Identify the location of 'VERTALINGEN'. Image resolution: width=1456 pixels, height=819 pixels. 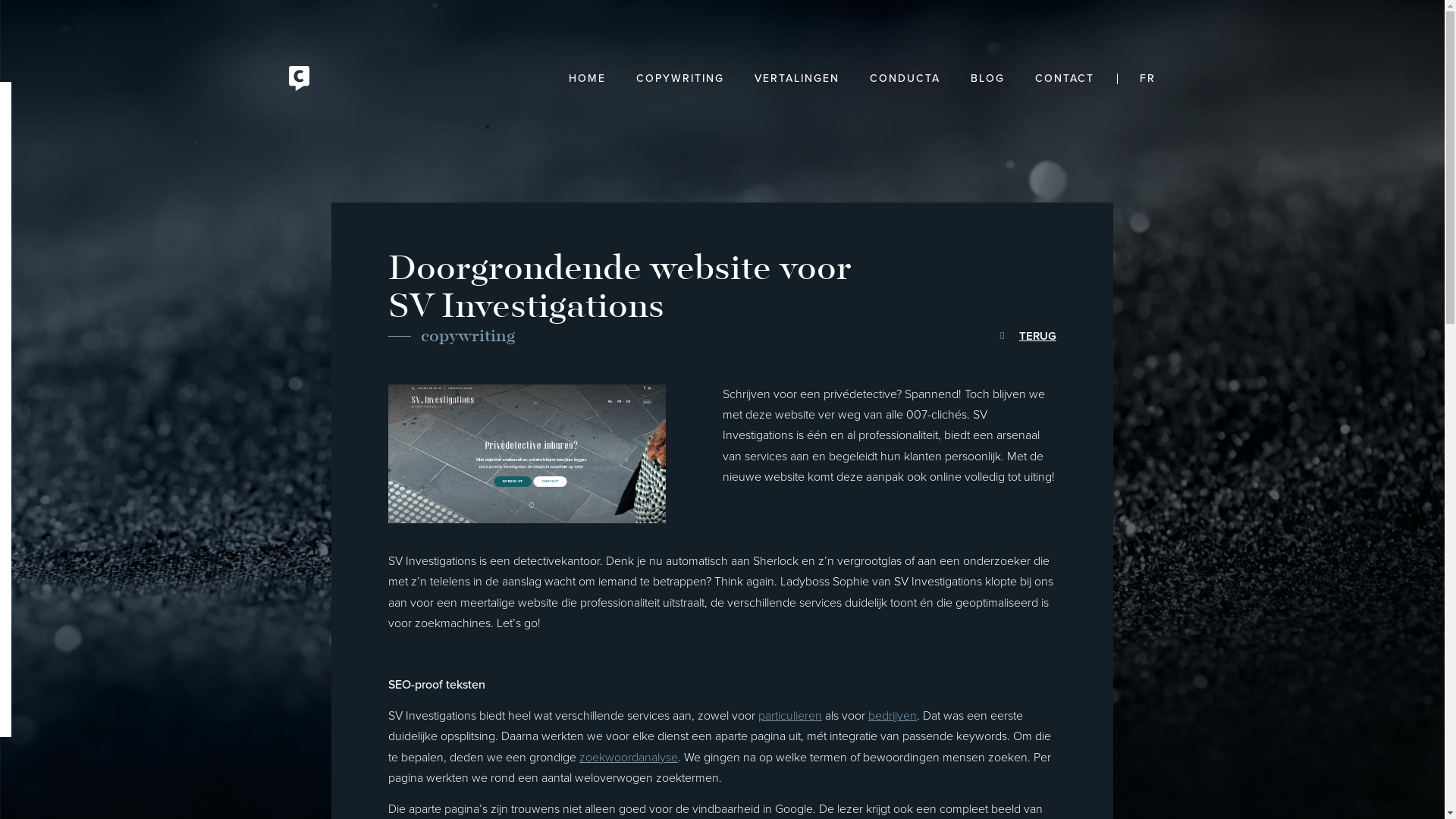
(796, 78).